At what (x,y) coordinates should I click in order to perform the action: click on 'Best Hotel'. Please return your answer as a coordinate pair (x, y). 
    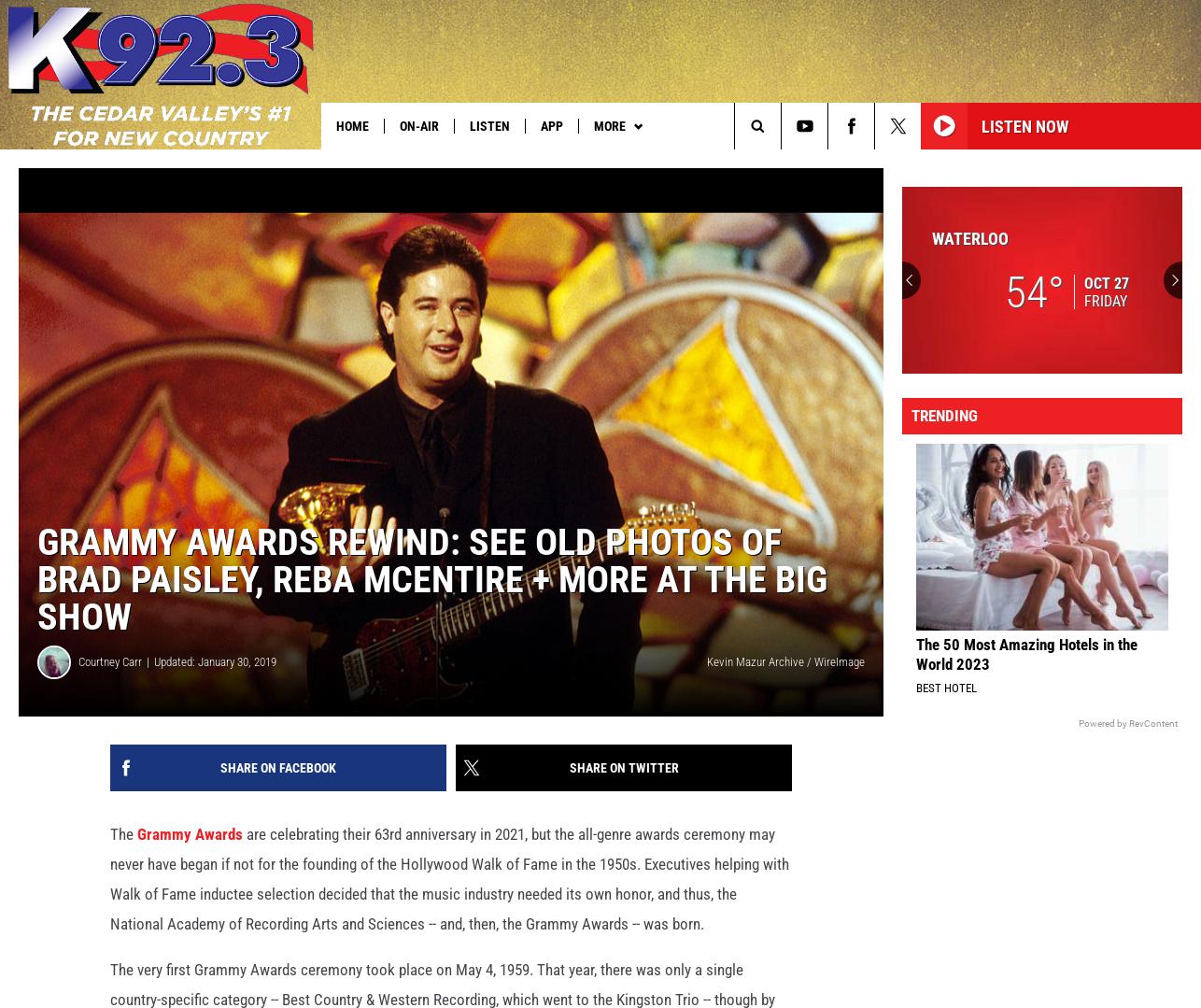
    Looking at the image, I should click on (914, 717).